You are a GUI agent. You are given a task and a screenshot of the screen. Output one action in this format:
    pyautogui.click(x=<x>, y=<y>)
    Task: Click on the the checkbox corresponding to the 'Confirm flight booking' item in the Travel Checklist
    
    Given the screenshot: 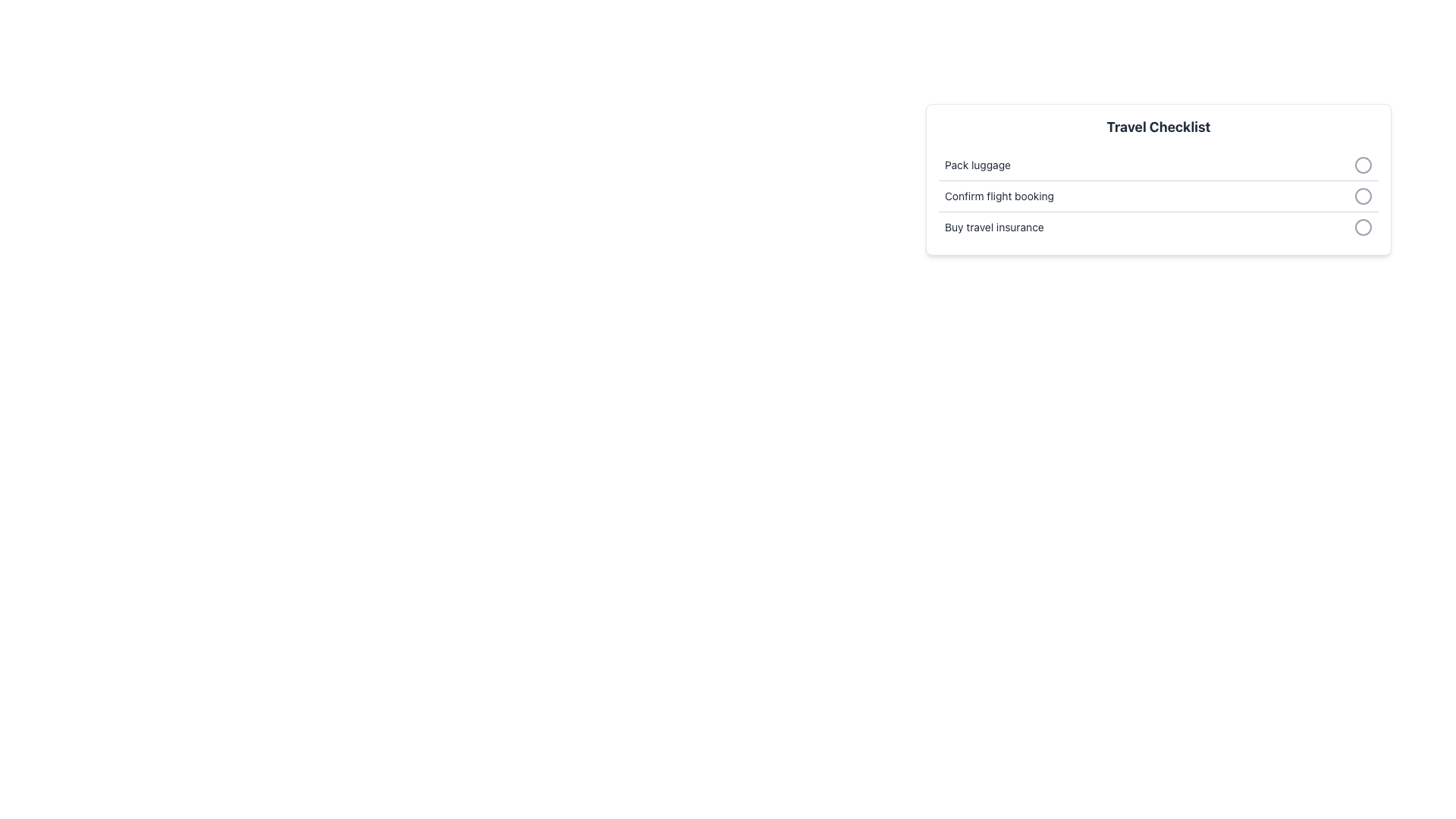 What is the action you would take?
    pyautogui.click(x=1157, y=195)
    